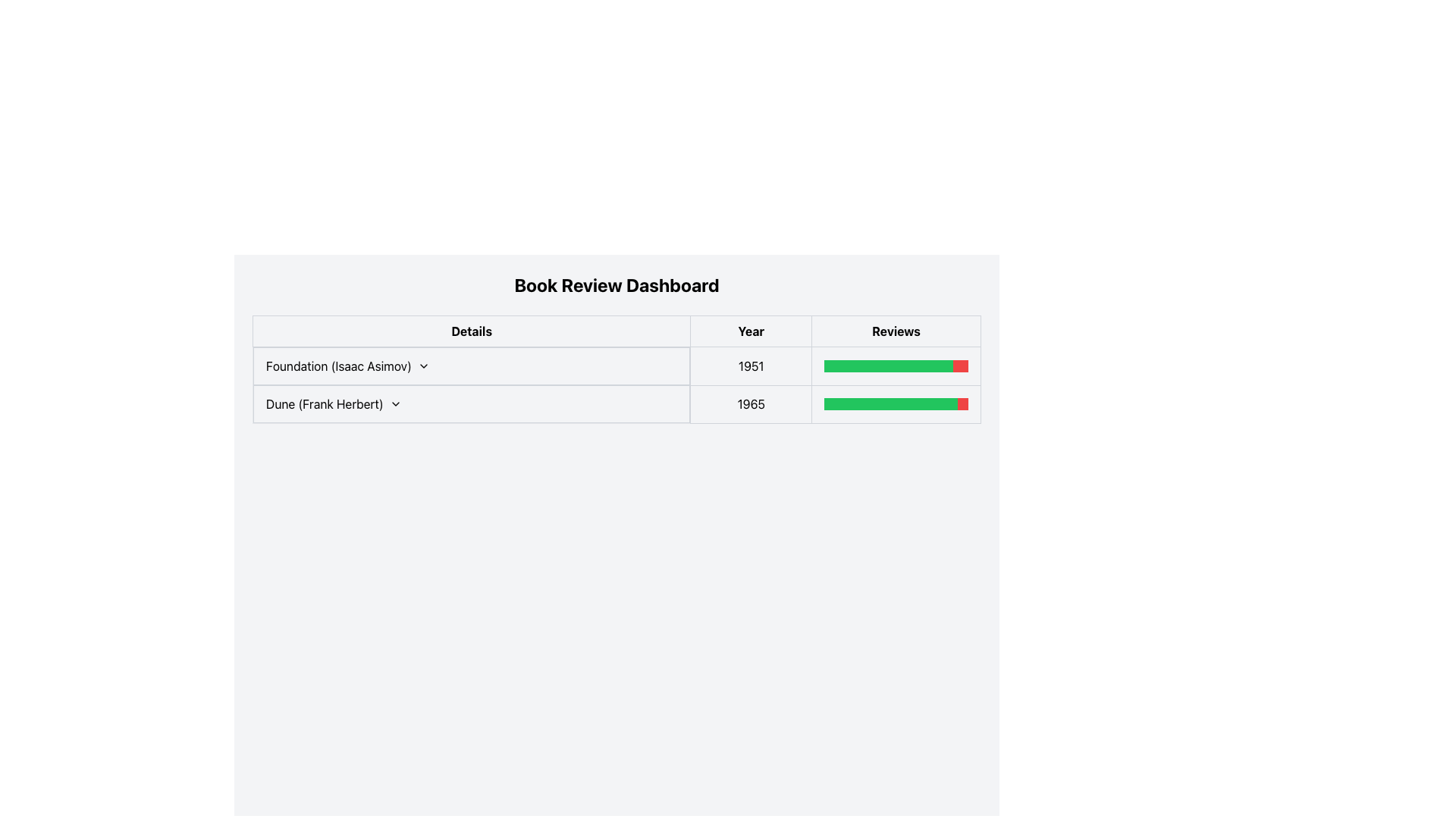  I want to click on the downward-facing chevron icon located to the right of 'Foundation (Isaac Asimov)' in the first row under the 'Details' column, so click(423, 366).